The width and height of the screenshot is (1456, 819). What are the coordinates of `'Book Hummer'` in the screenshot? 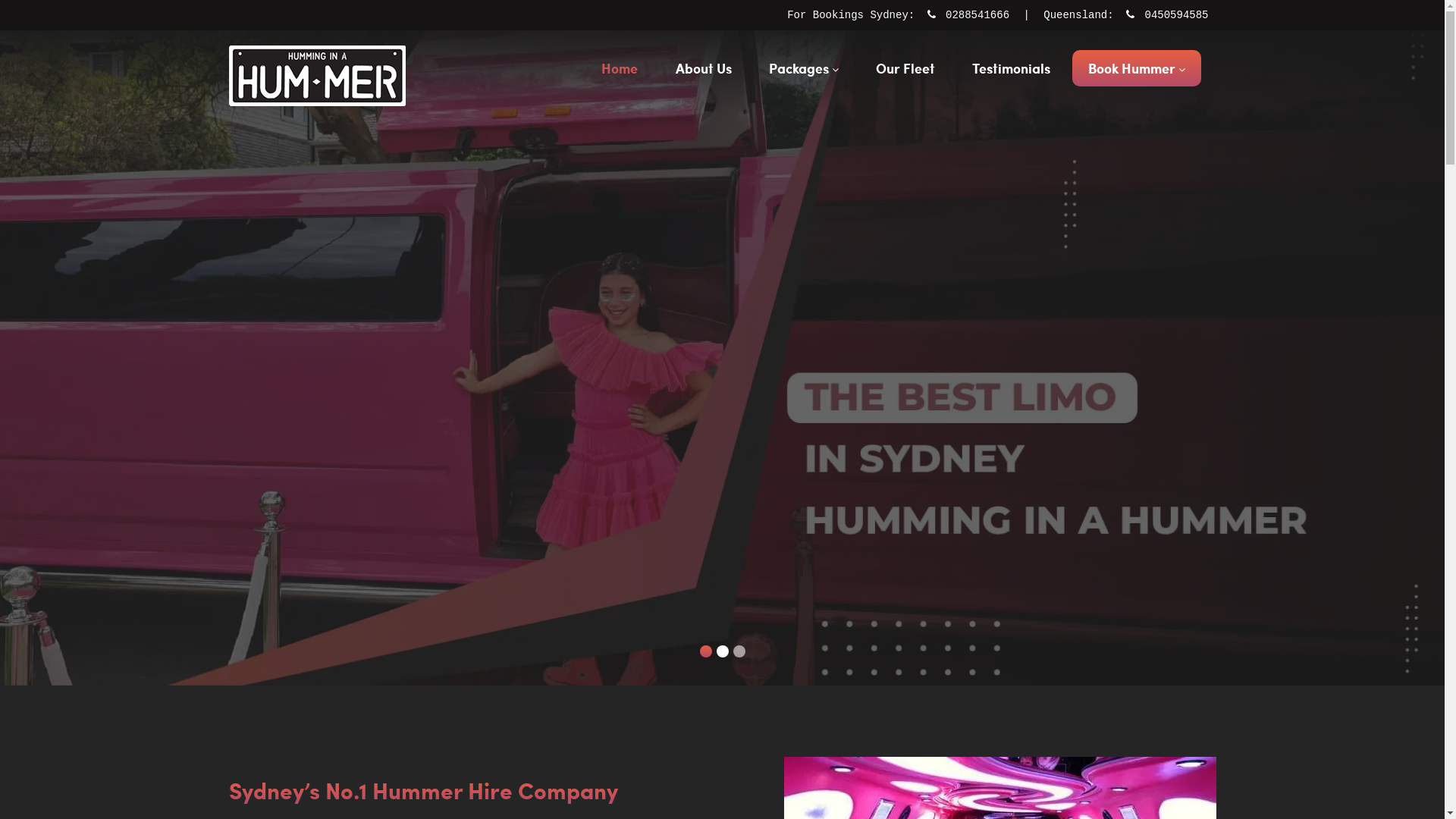 It's located at (1136, 67).